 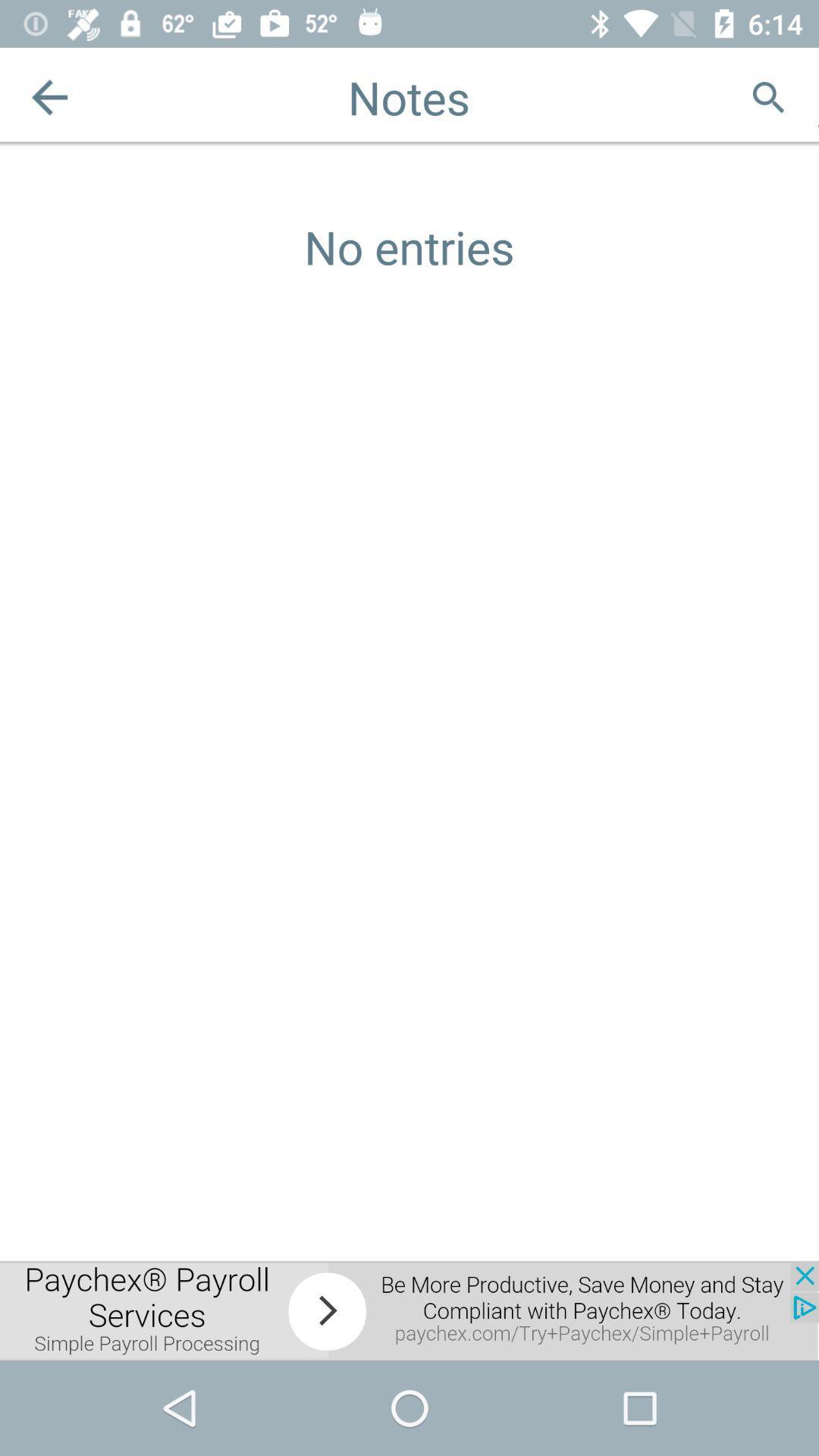 What do you see at coordinates (409, 1310) in the screenshot?
I see `advertisement link` at bounding box center [409, 1310].